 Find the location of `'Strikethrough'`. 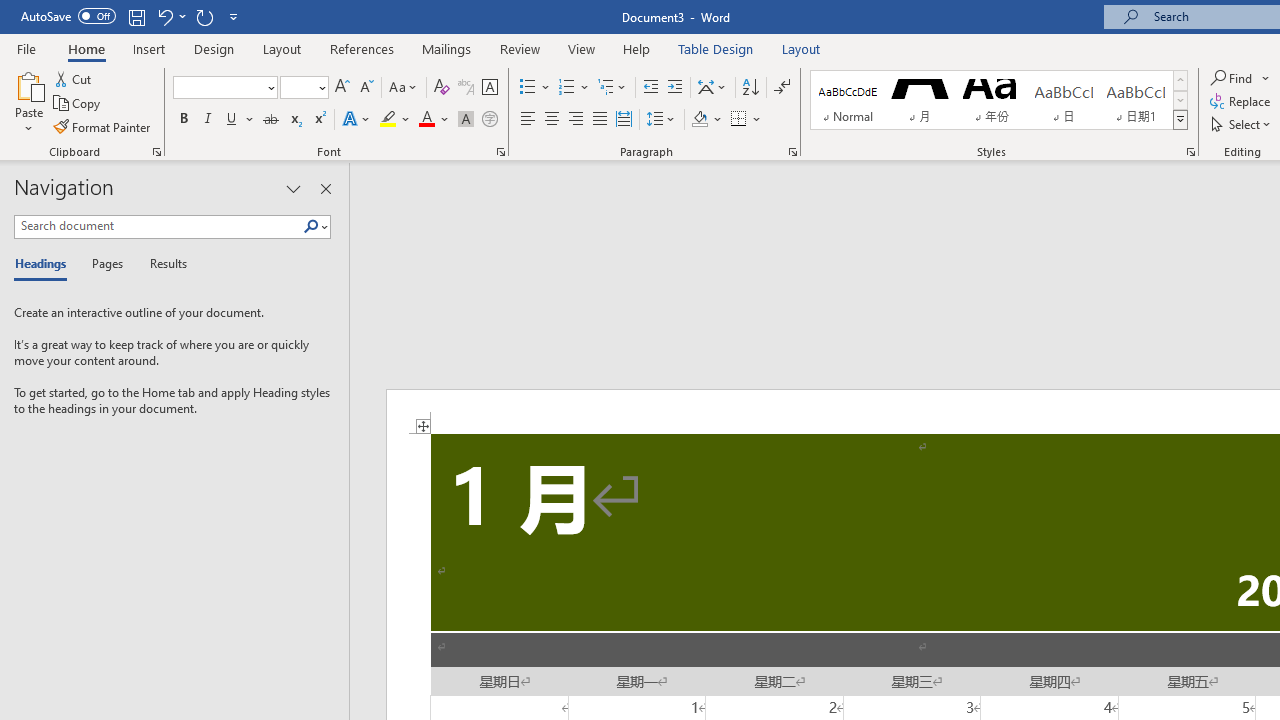

'Strikethrough' is located at coordinates (269, 119).